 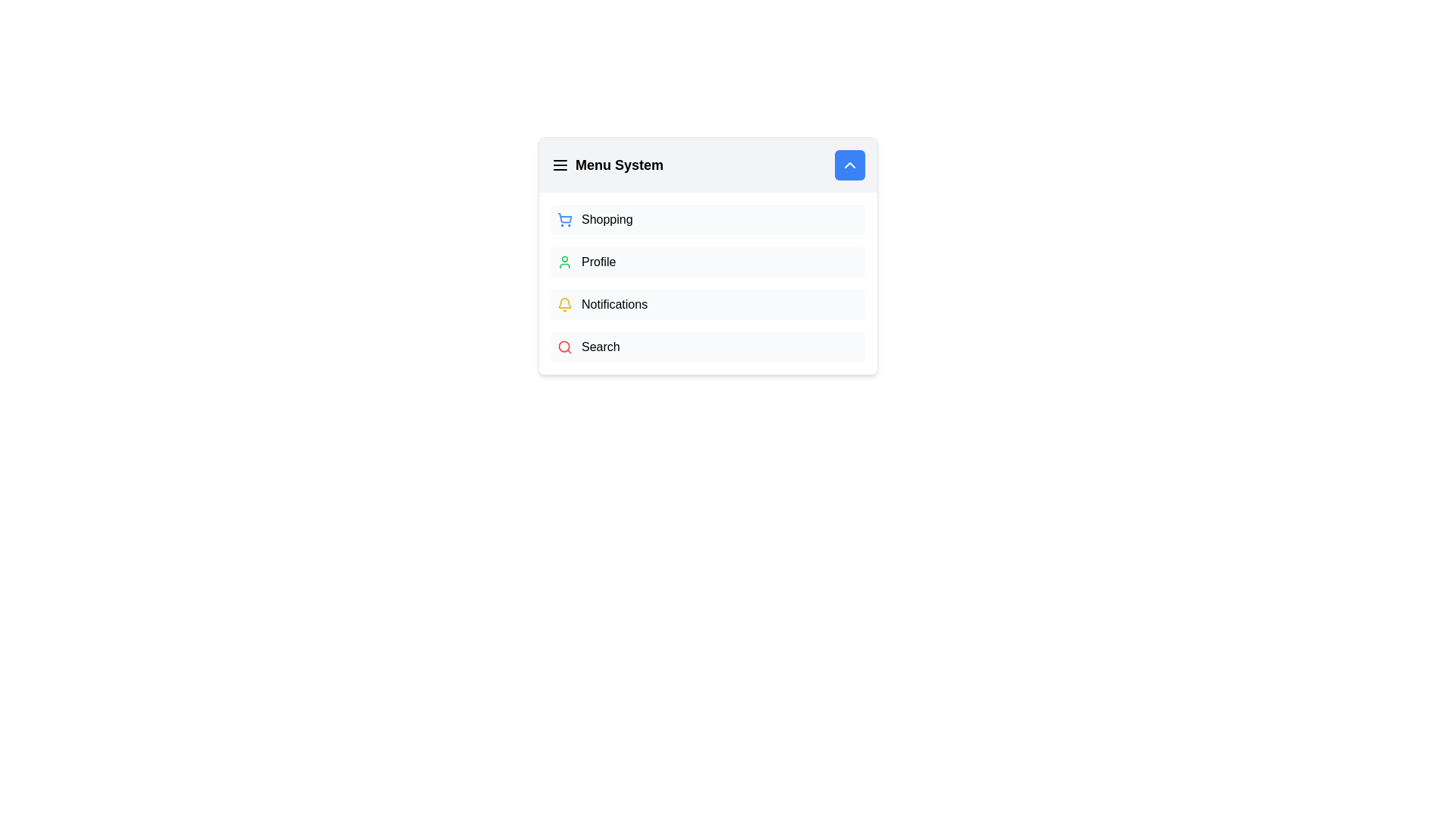 What do you see at coordinates (563, 303) in the screenshot?
I see `the notification icon located near the right side of the menu system header` at bounding box center [563, 303].